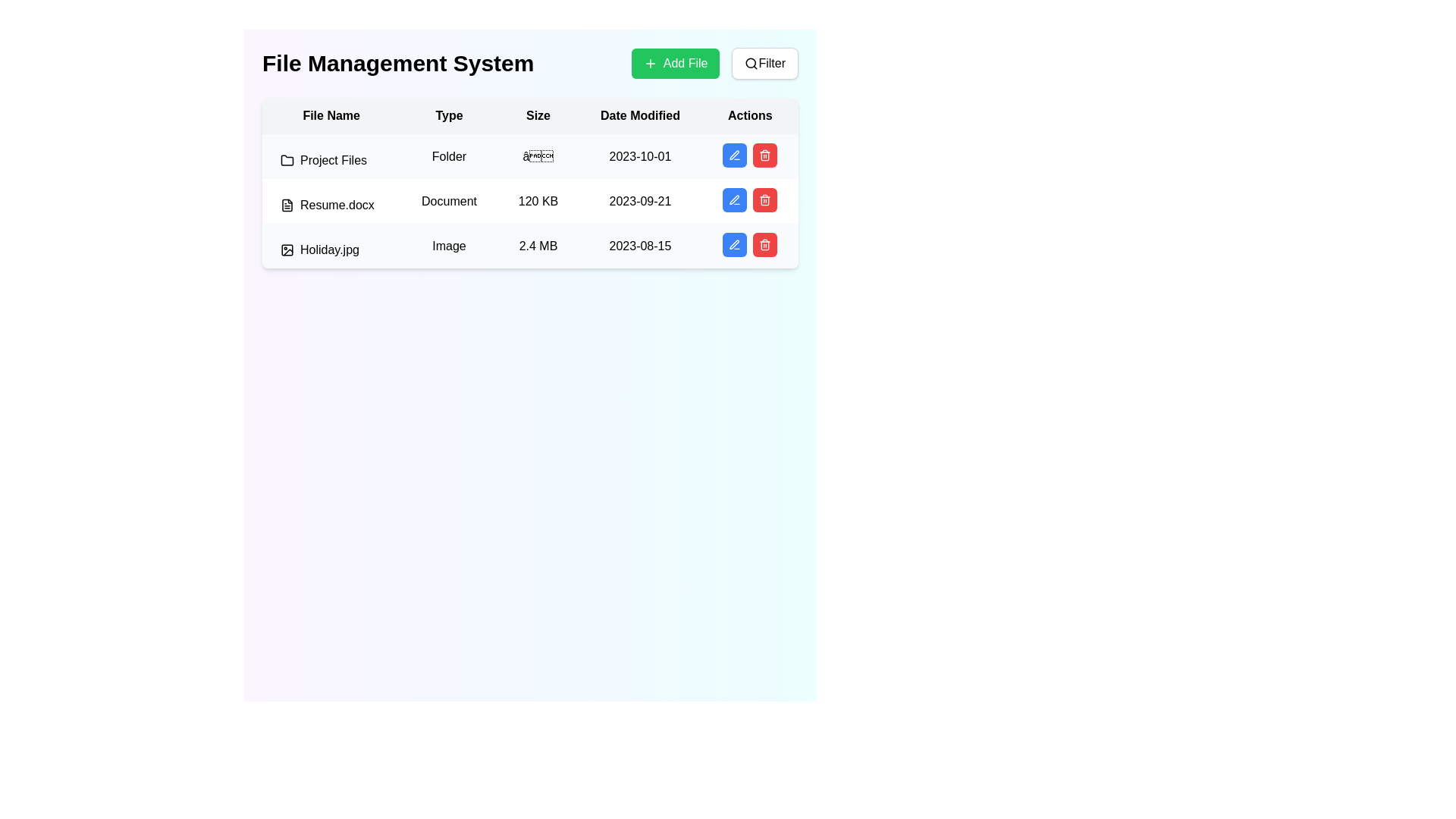 Image resolution: width=1456 pixels, height=819 pixels. I want to click on the Table Header labeled 'File Name', which is styled in bold black text on a light gray background and is the first column header in a table layout, so click(331, 115).